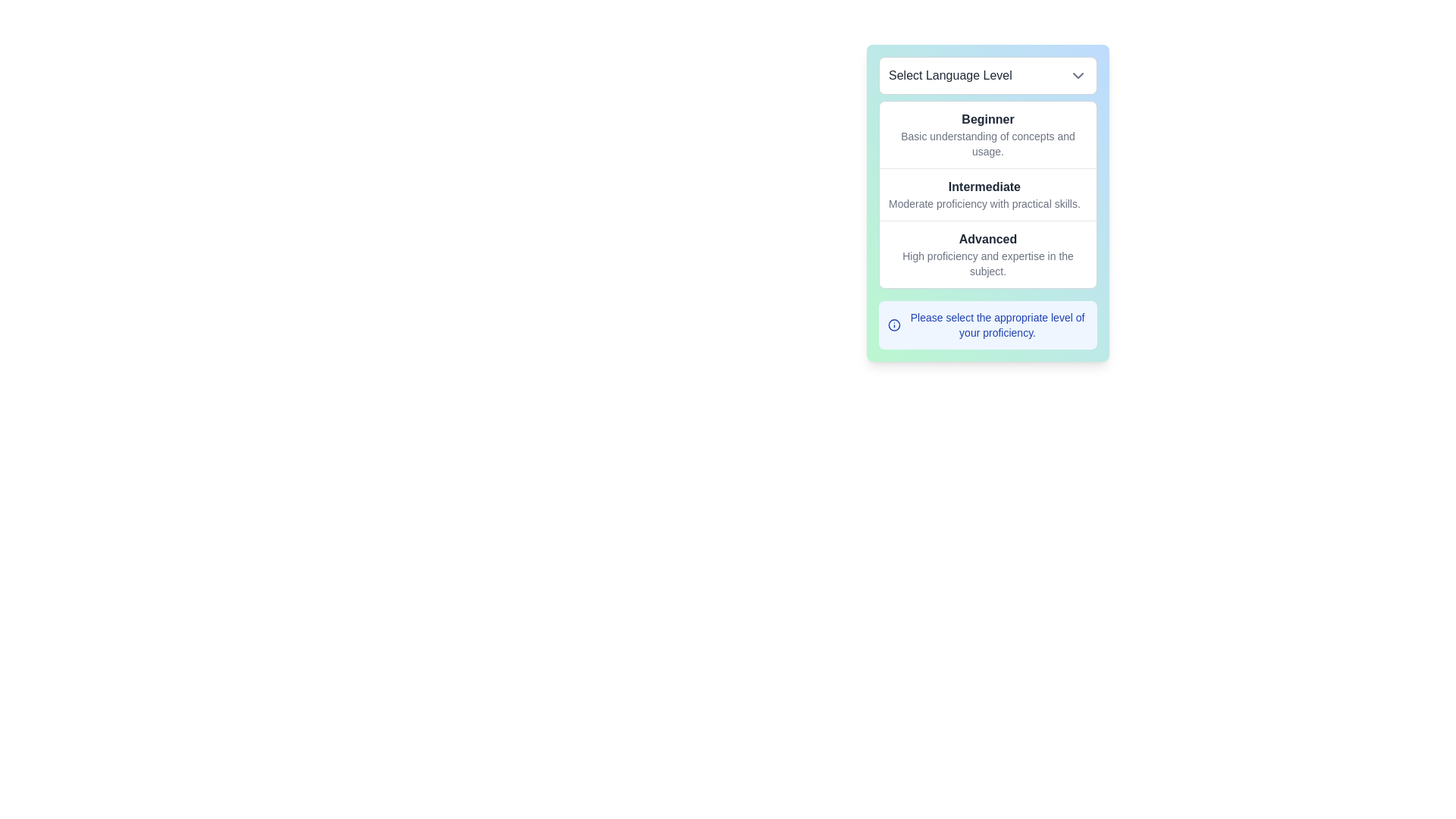 This screenshot has height=819, width=1456. Describe the element at coordinates (987, 133) in the screenshot. I see `the first selectable list item labeled 'Beginner' to trigger the hover effect` at that location.